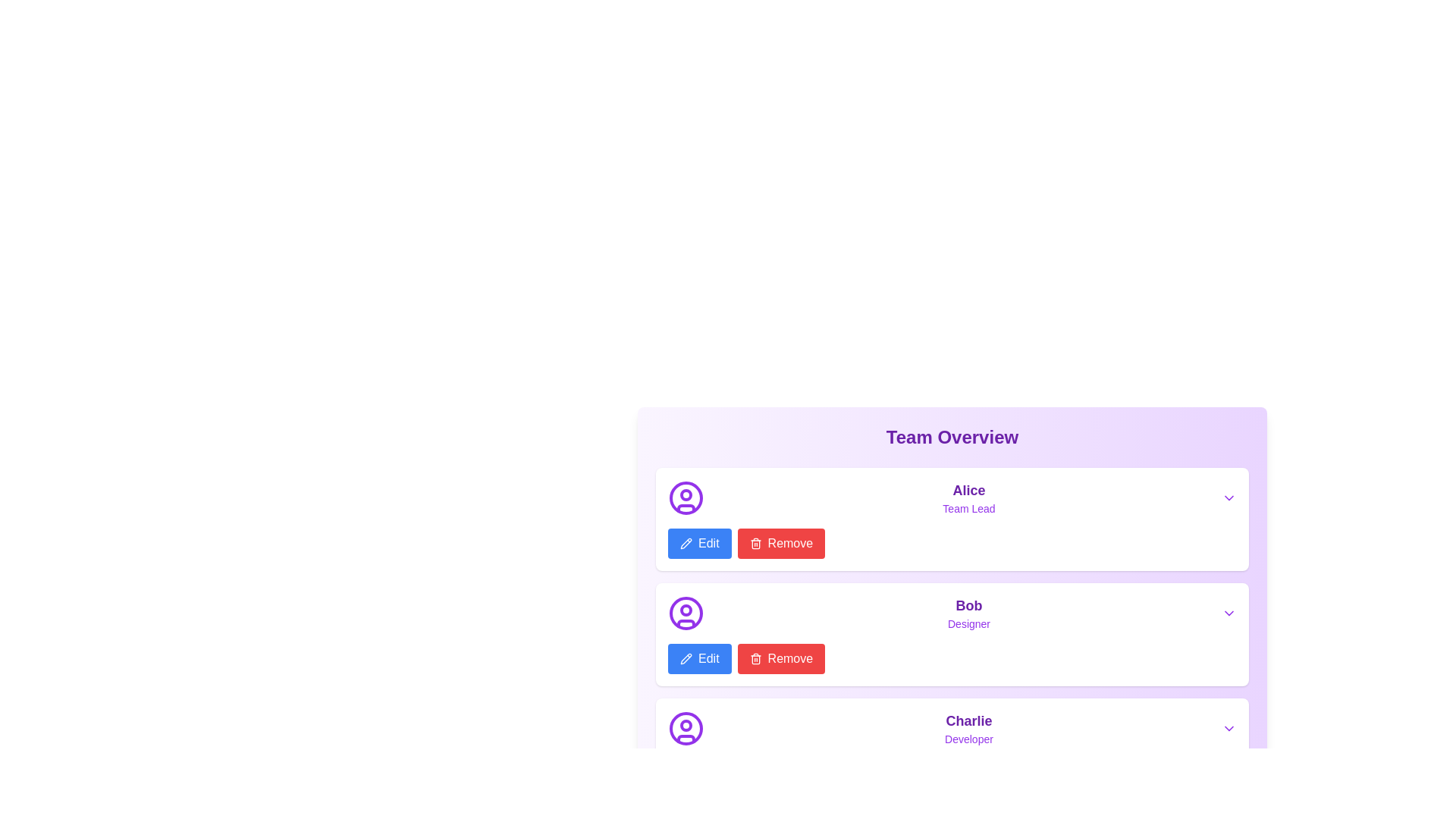 The image size is (1456, 819). Describe the element at coordinates (755, 657) in the screenshot. I see `the 'Remove' button icon, which is the second interactive element in the 'Bob Designer' card of the 'Team Overview' section` at that location.